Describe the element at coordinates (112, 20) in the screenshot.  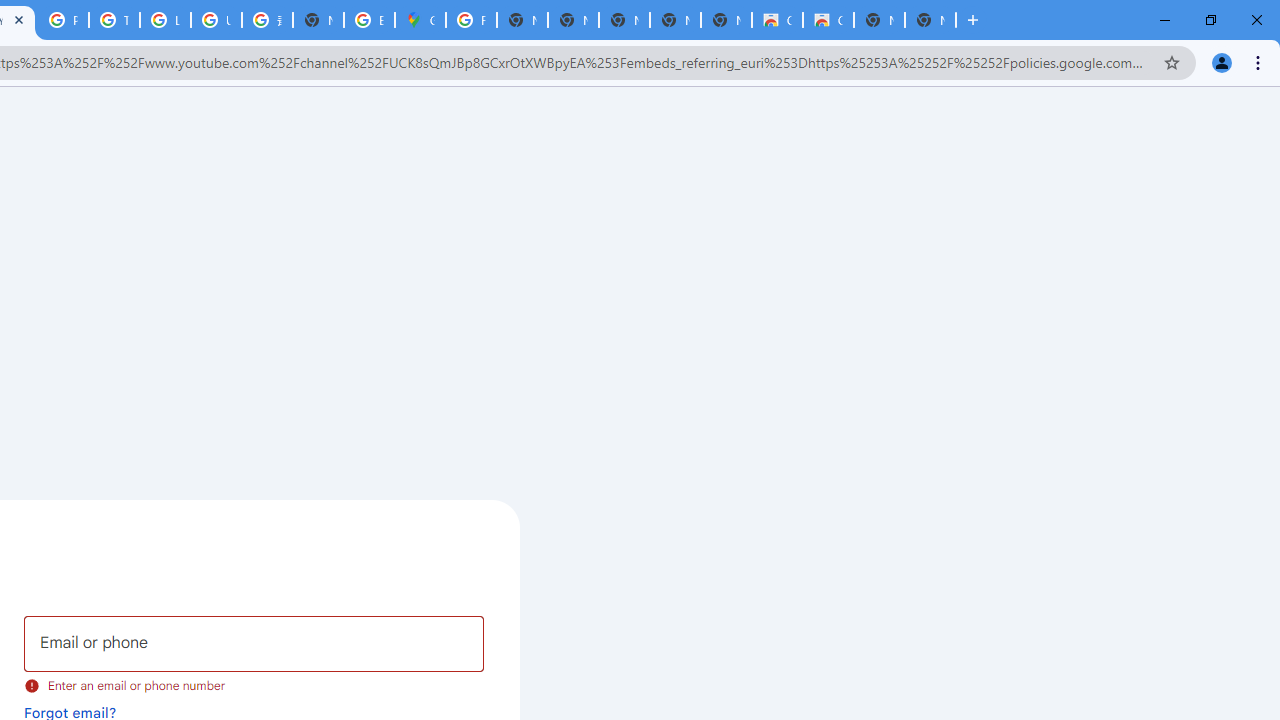
I see `'Tips & tricks for Chrome - Google Chrome Help'` at that location.